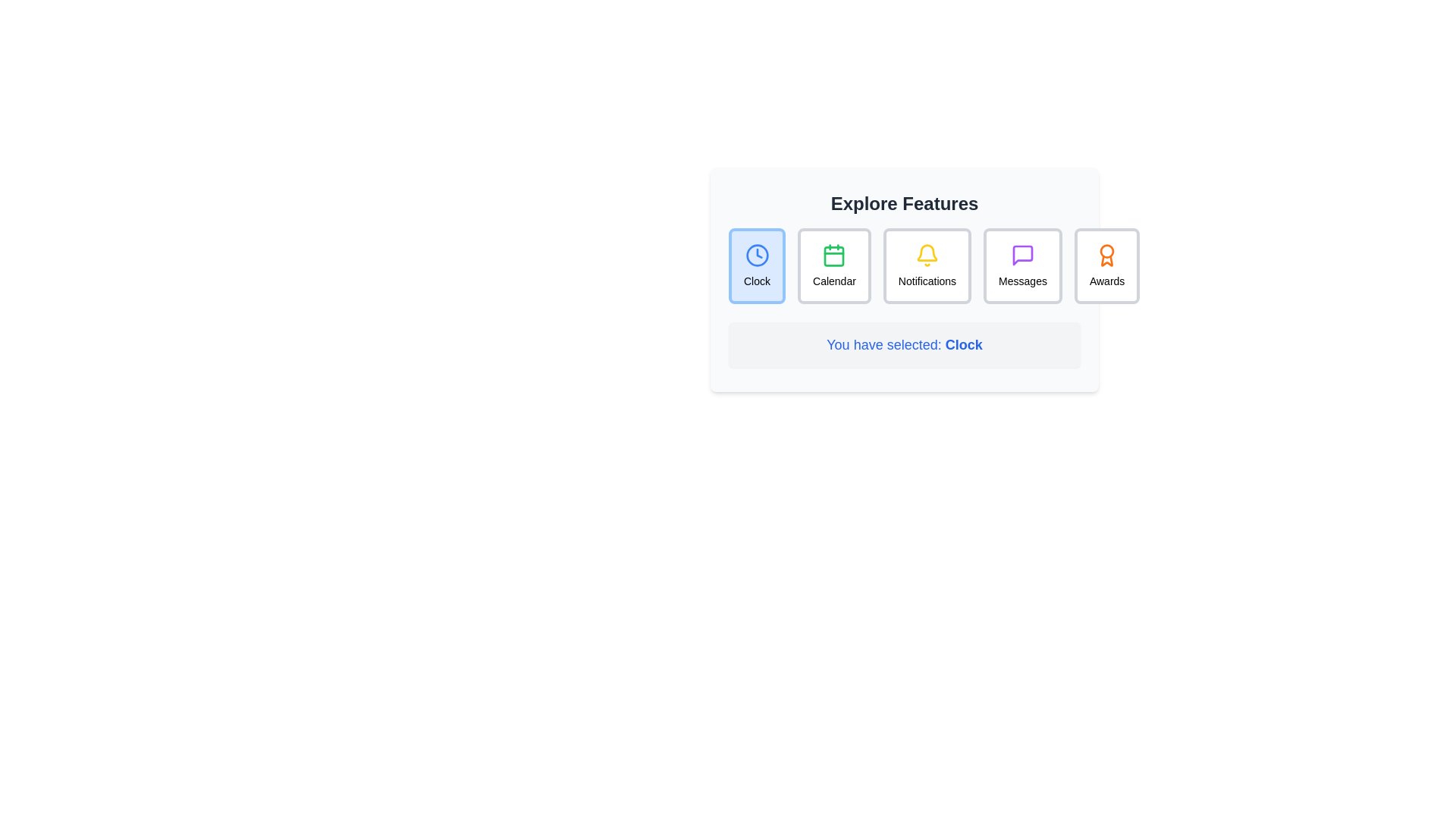 This screenshot has height=819, width=1456. I want to click on the 'Messages' button using keyboard navigation, so click(1022, 265).